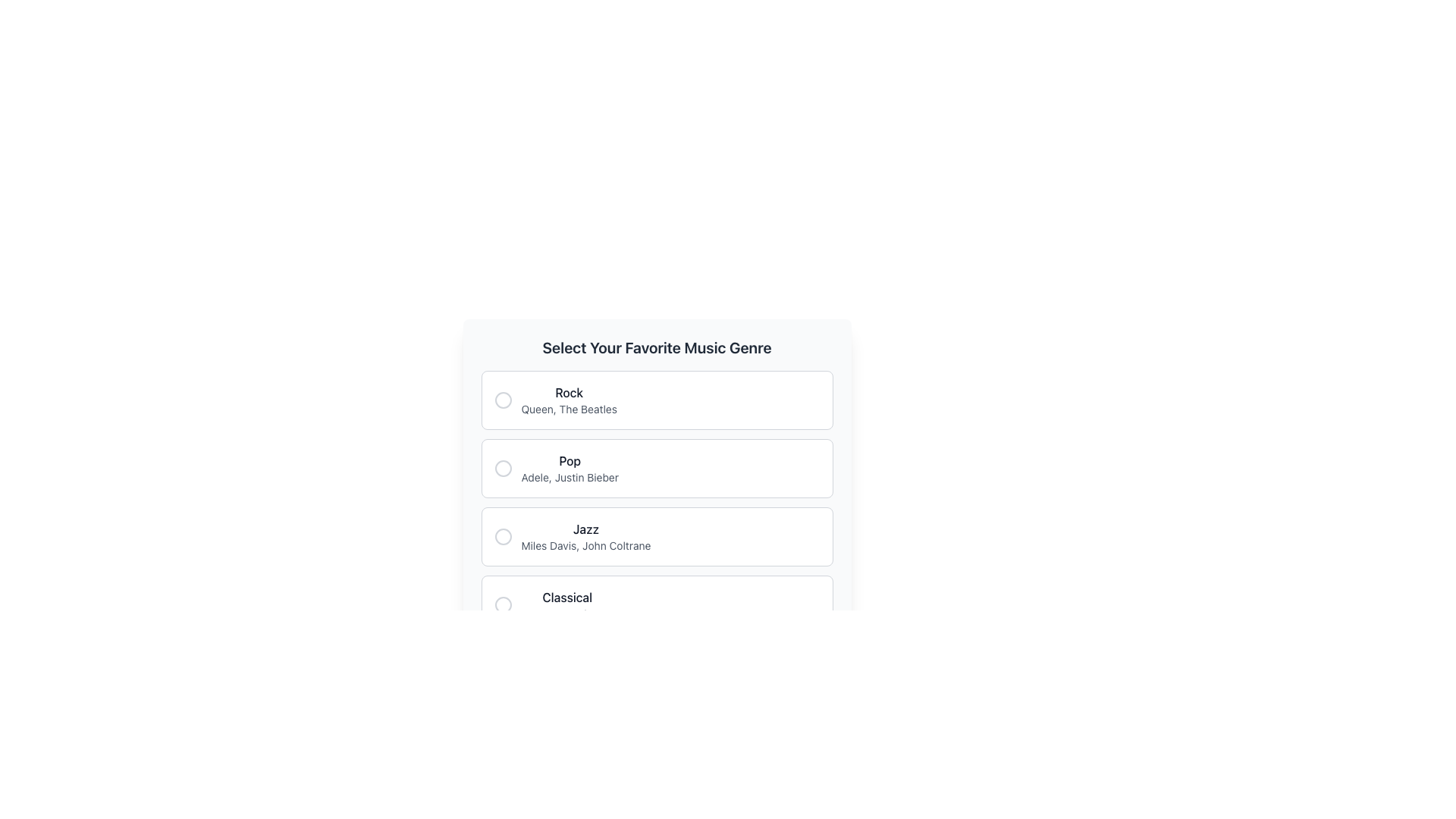 This screenshot has width=1456, height=819. What do you see at coordinates (503, 400) in the screenshot?
I see `the radio button representing the 'Rock' option in the music genre selection list` at bounding box center [503, 400].